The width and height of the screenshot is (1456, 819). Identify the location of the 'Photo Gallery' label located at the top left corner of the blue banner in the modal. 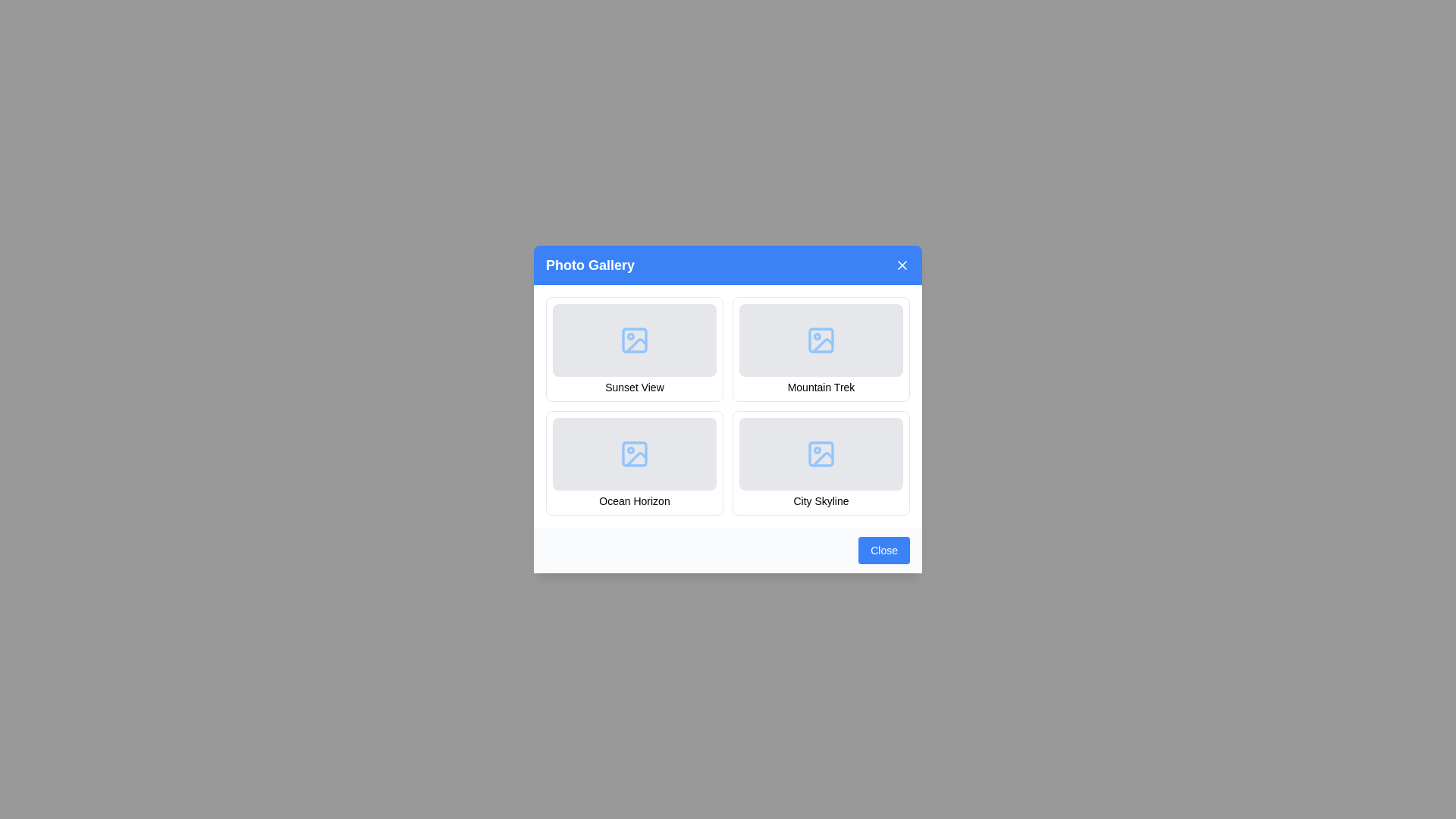
(589, 265).